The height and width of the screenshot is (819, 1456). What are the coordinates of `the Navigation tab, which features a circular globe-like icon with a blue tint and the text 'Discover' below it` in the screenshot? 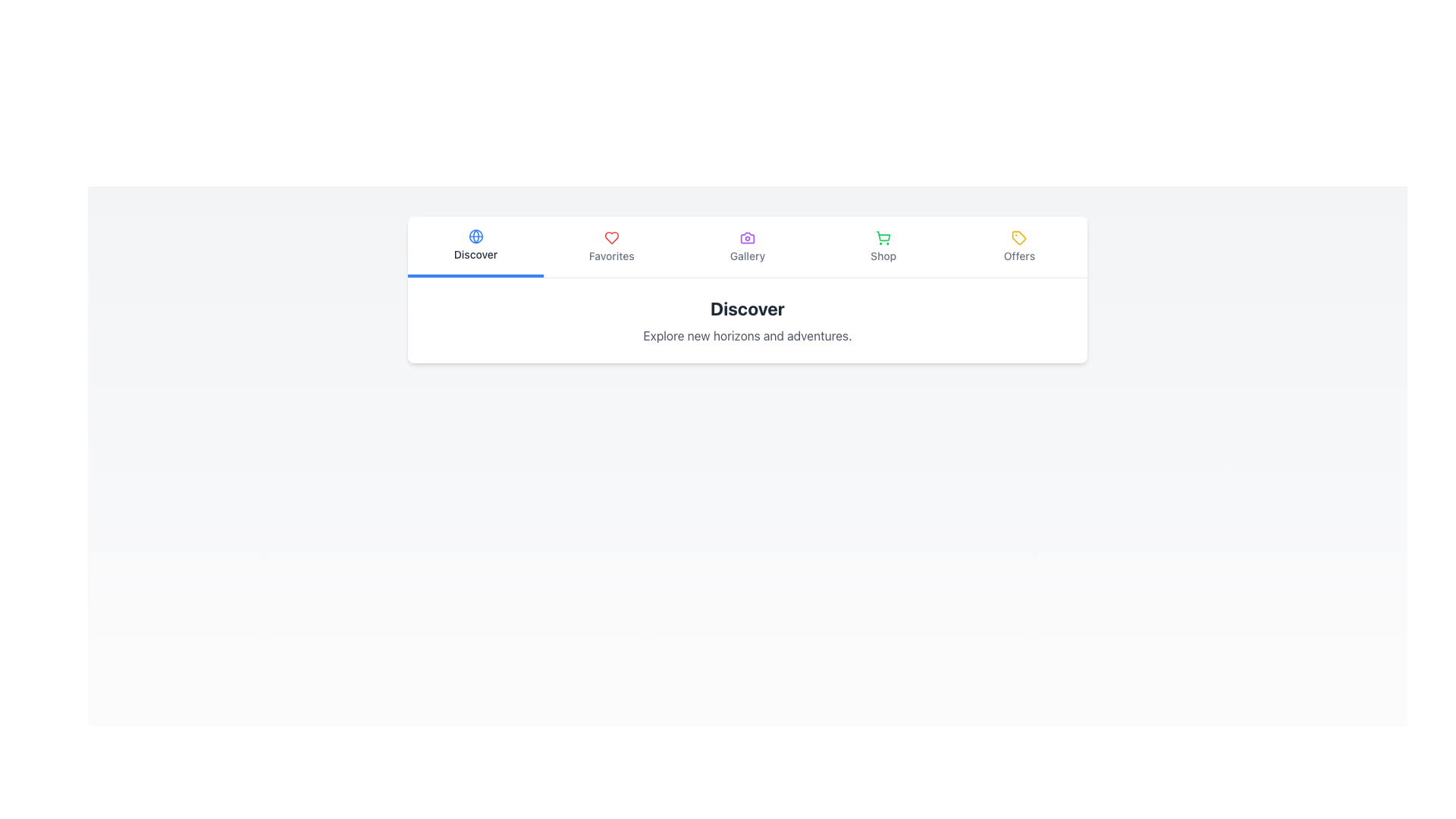 It's located at (475, 245).